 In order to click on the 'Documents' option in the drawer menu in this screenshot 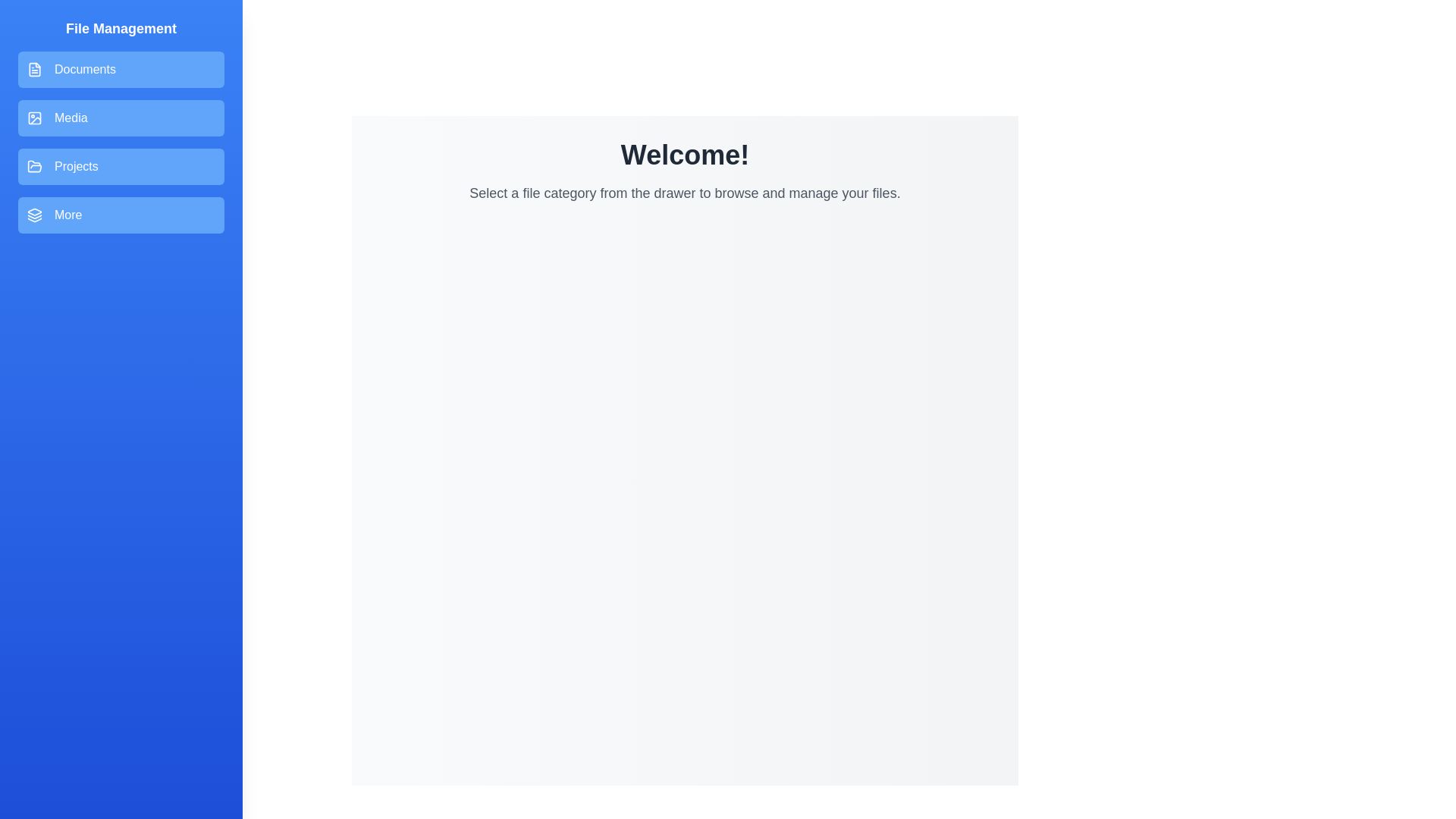, I will do `click(120, 70)`.